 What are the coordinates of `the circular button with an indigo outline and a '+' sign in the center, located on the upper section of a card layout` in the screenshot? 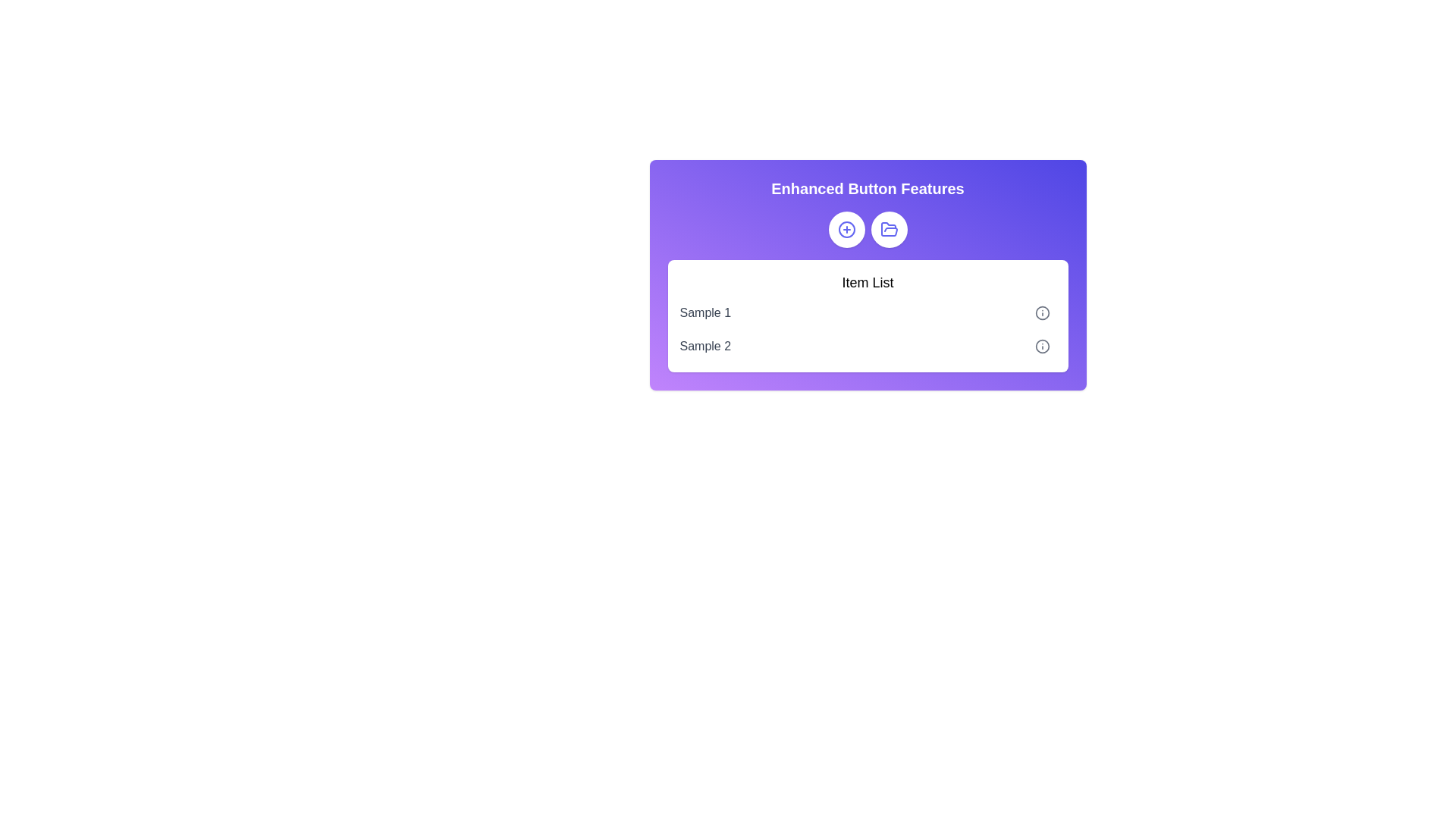 It's located at (846, 230).